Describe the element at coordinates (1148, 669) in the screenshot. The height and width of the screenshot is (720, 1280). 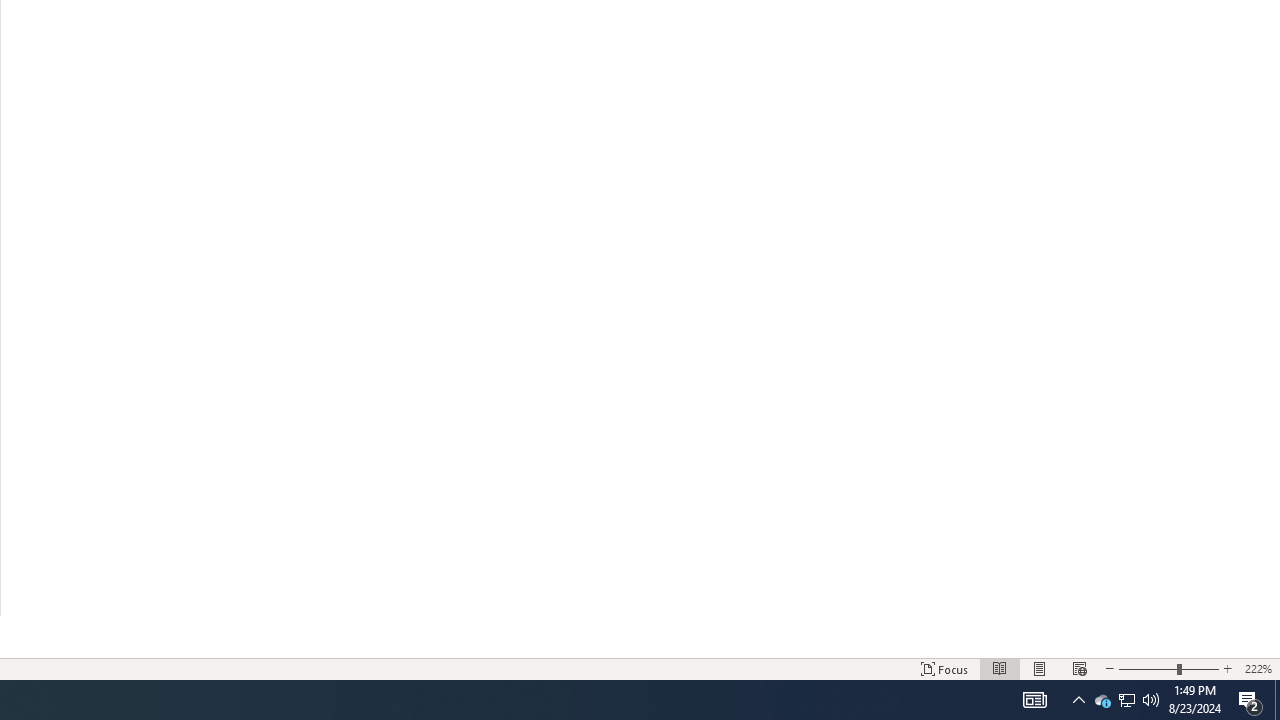
I see `'Zoom Out'` at that location.